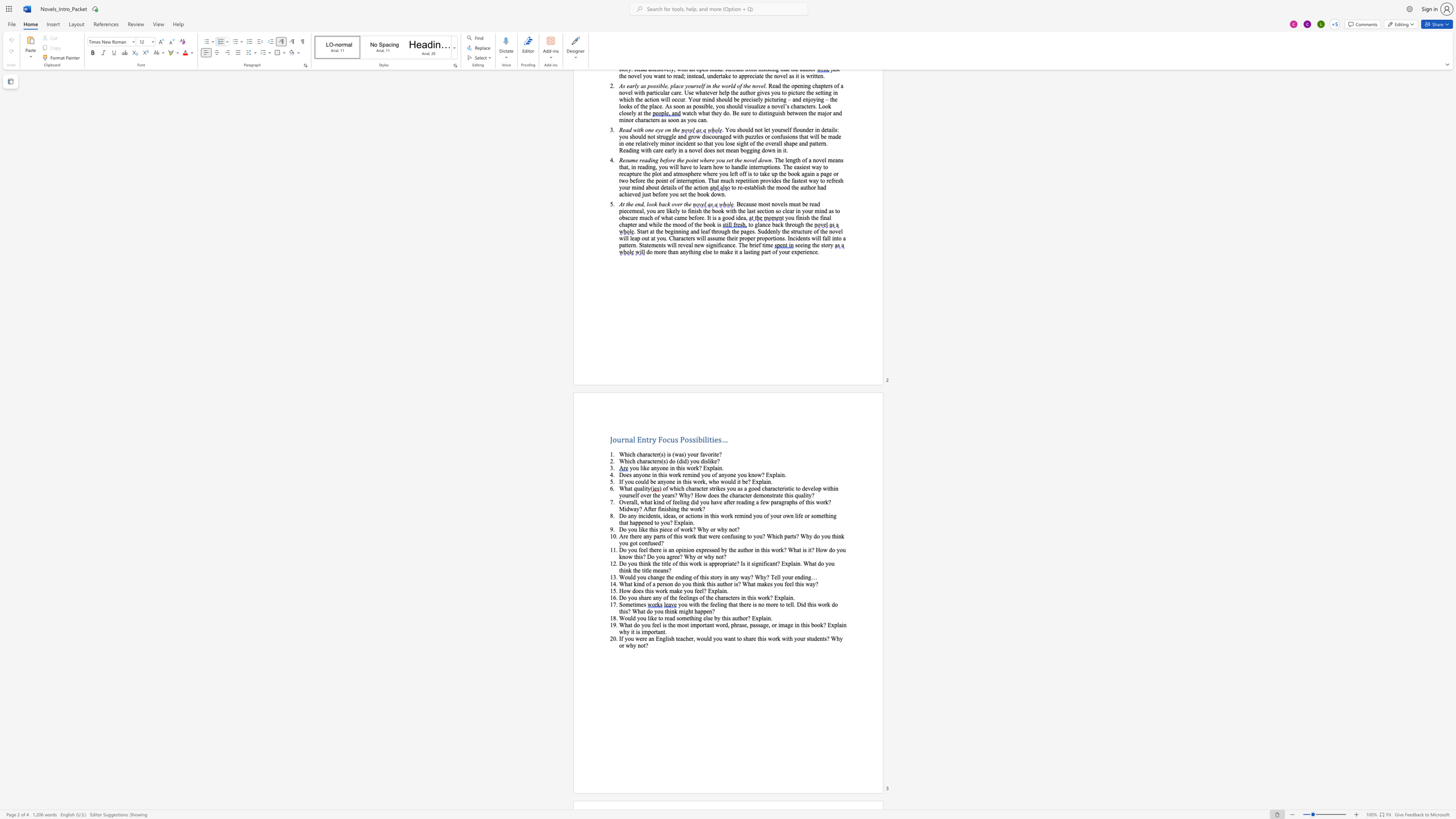 This screenshot has height=819, width=1456. What do you see at coordinates (704, 590) in the screenshot?
I see `the 1th character "?" in the text` at bounding box center [704, 590].